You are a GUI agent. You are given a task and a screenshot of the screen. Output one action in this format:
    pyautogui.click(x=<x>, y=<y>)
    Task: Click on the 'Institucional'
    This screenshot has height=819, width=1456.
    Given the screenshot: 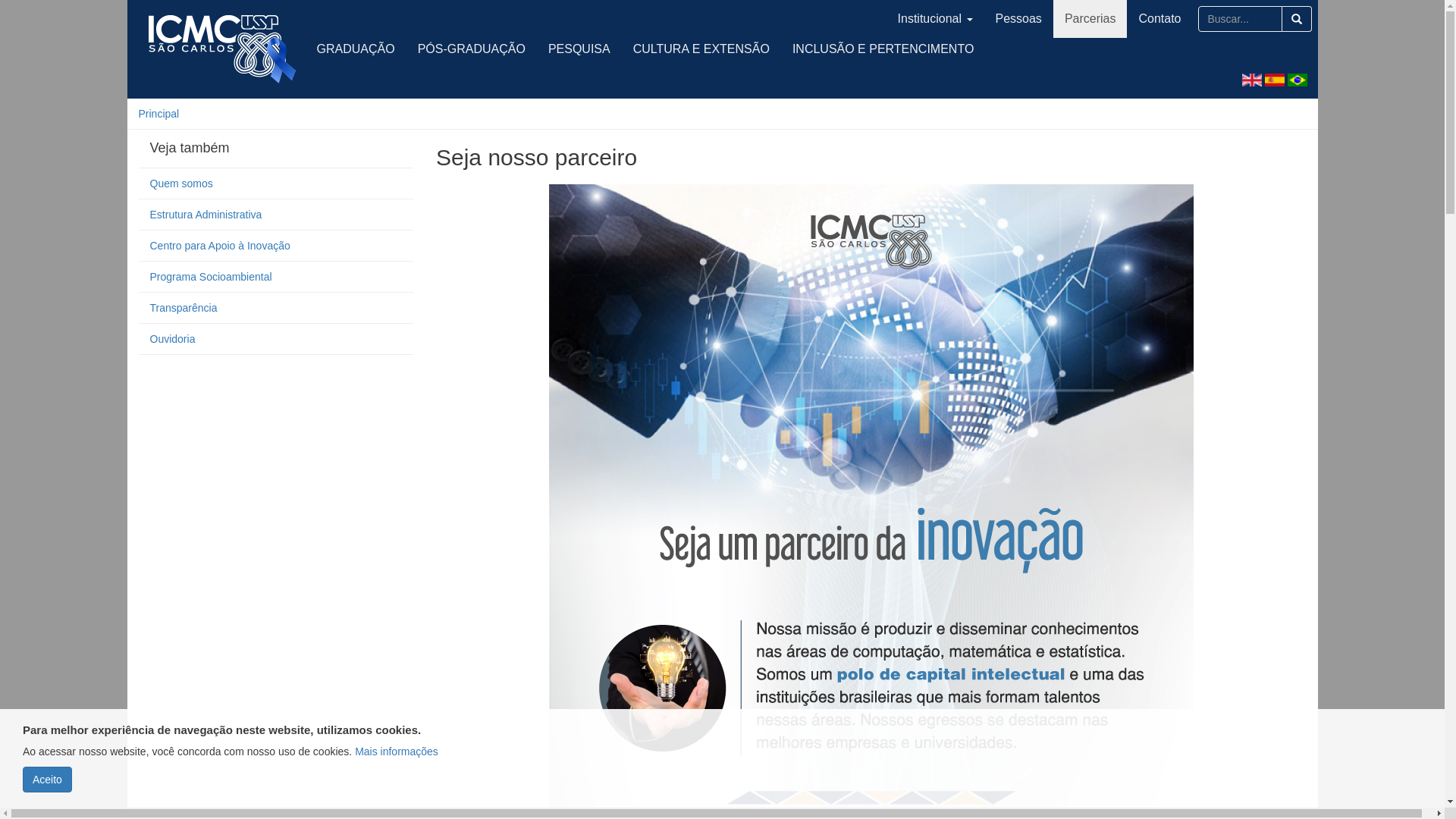 What is the action you would take?
    pyautogui.click(x=934, y=18)
    